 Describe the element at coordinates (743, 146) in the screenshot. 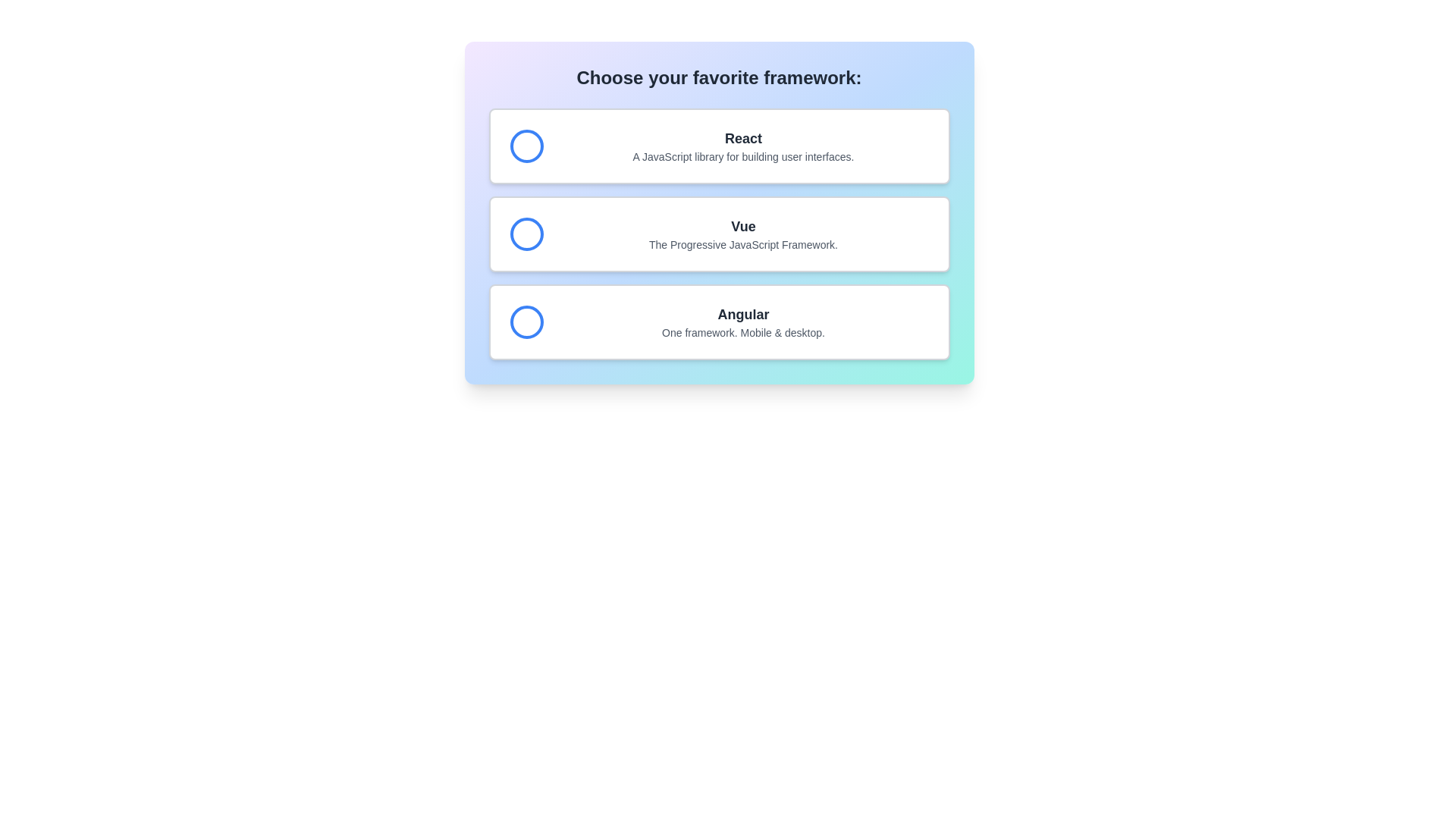

I see `title and description for information about the 'React' framework, which is part of the first option in the list of selectable frameworks located in the upper section of the interface` at that location.